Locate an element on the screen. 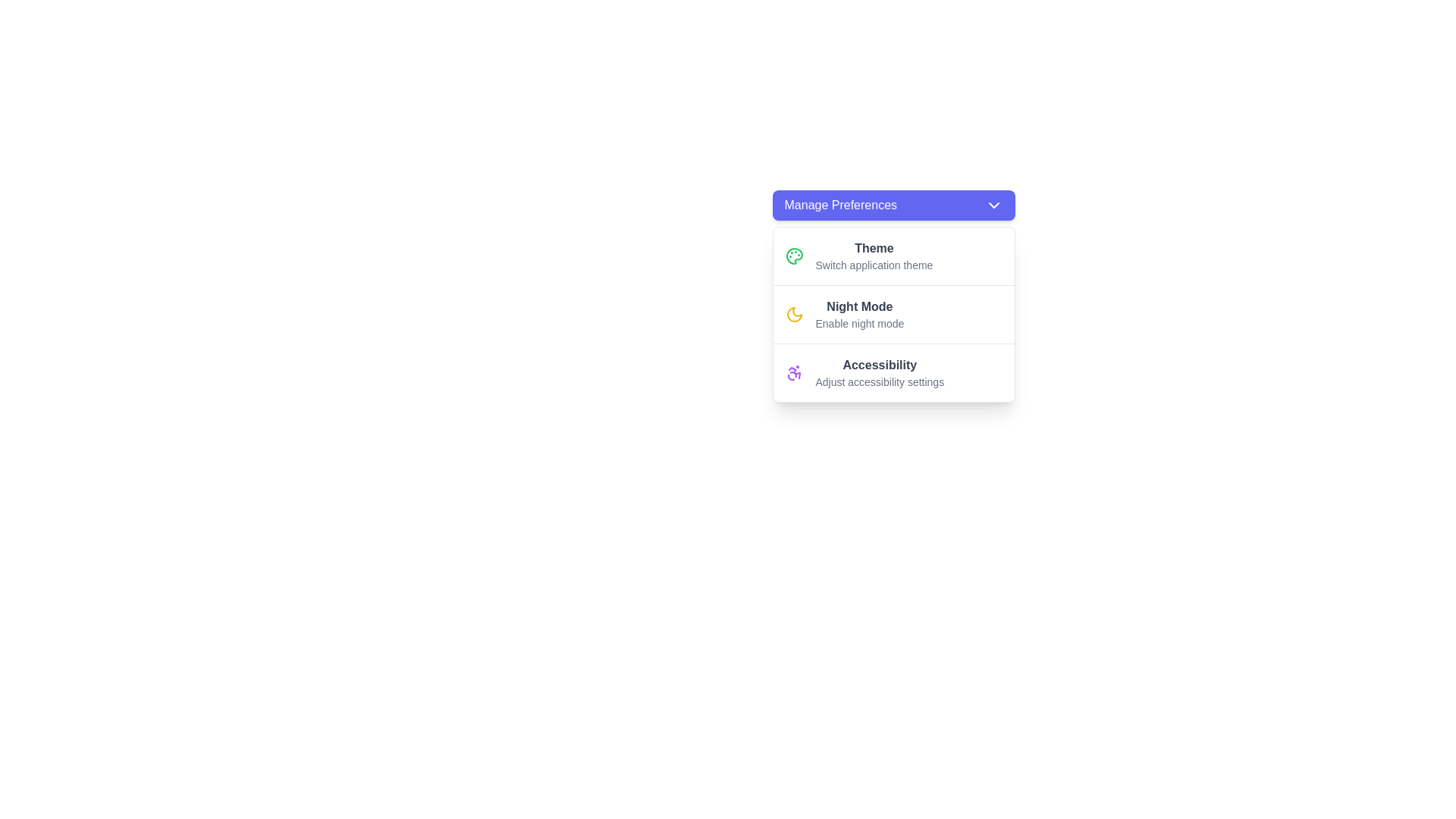  the 'Night Mode' icon located in the second list item group of the dropdown menu under 'Manage Preferences', which symbolizes the selection of the night mode feature is located at coordinates (793, 314).